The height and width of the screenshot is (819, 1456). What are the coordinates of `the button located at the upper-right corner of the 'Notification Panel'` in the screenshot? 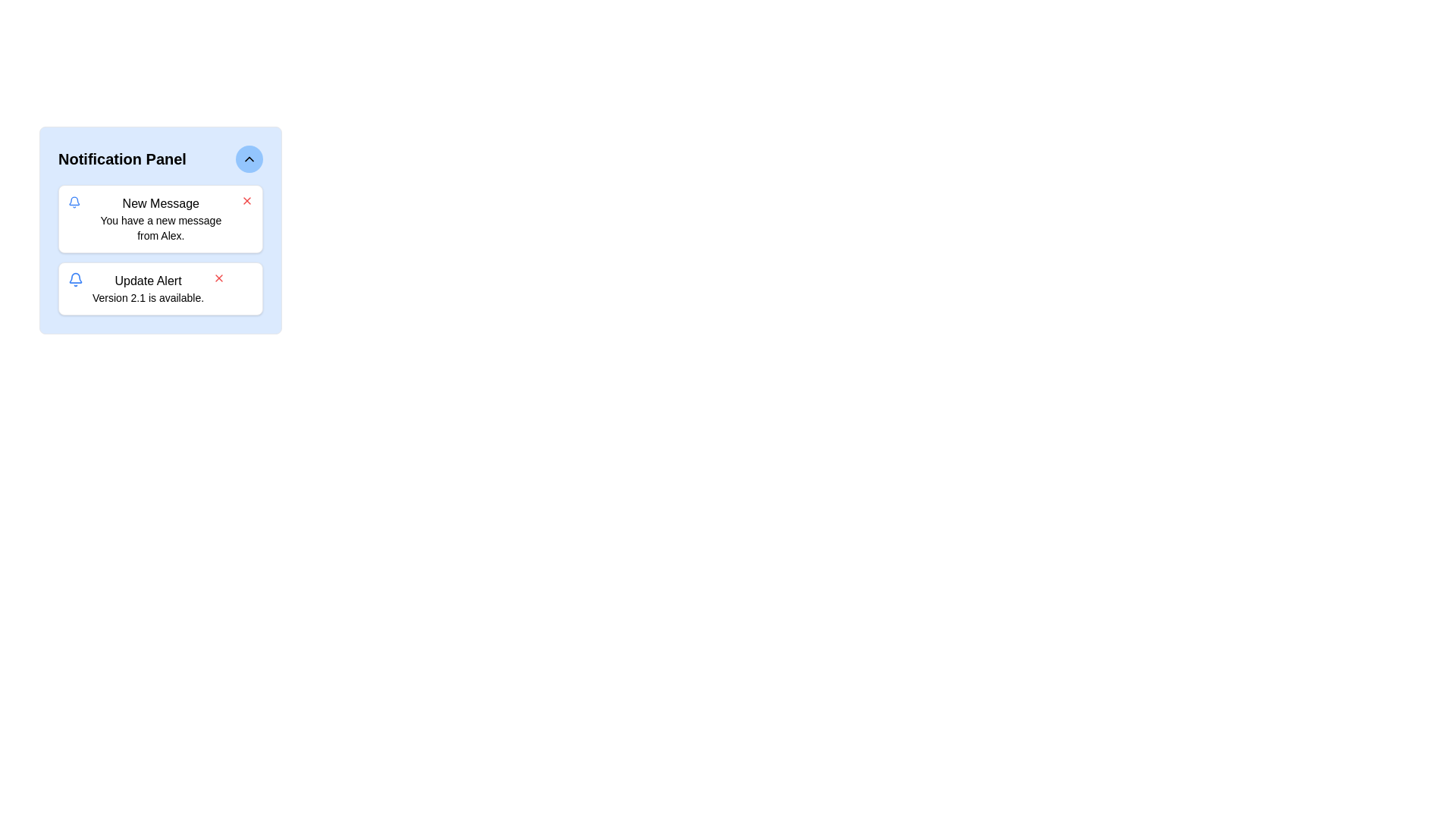 It's located at (249, 158).